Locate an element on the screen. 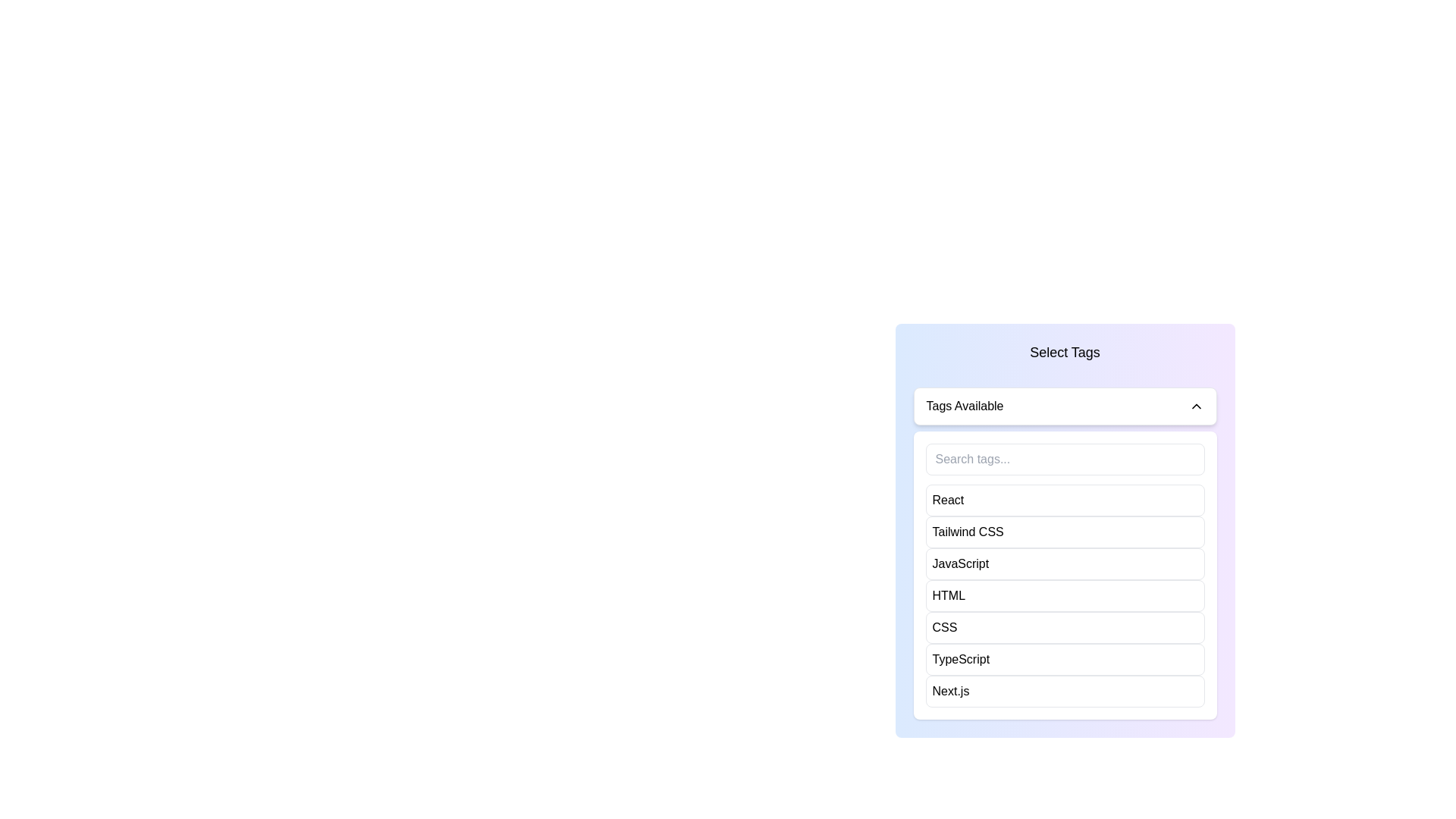  the 'HTML' label in the dropdown list within the 'Select Tags' panel is located at coordinates (948, 595).